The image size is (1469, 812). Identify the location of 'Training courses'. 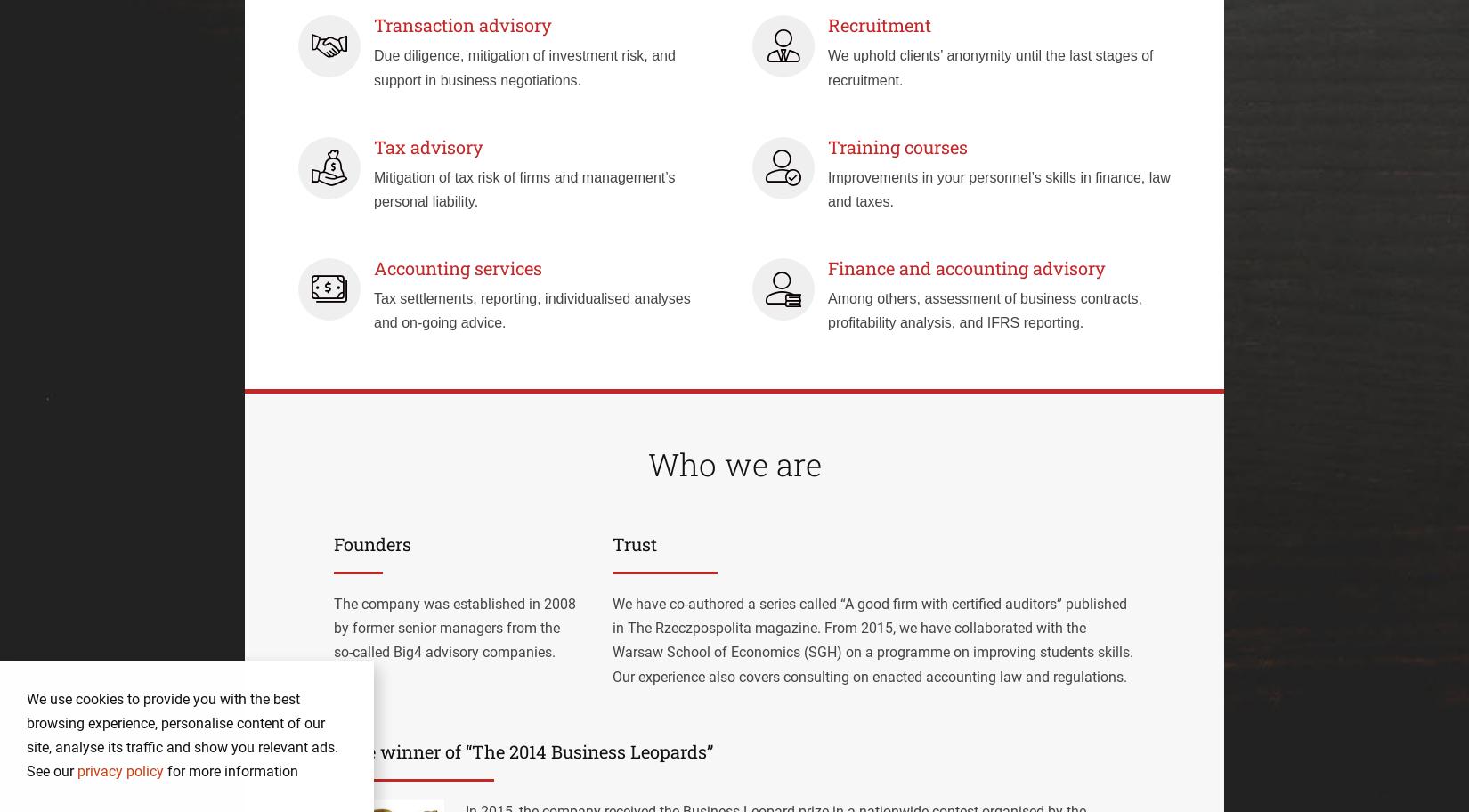
(827, 145).